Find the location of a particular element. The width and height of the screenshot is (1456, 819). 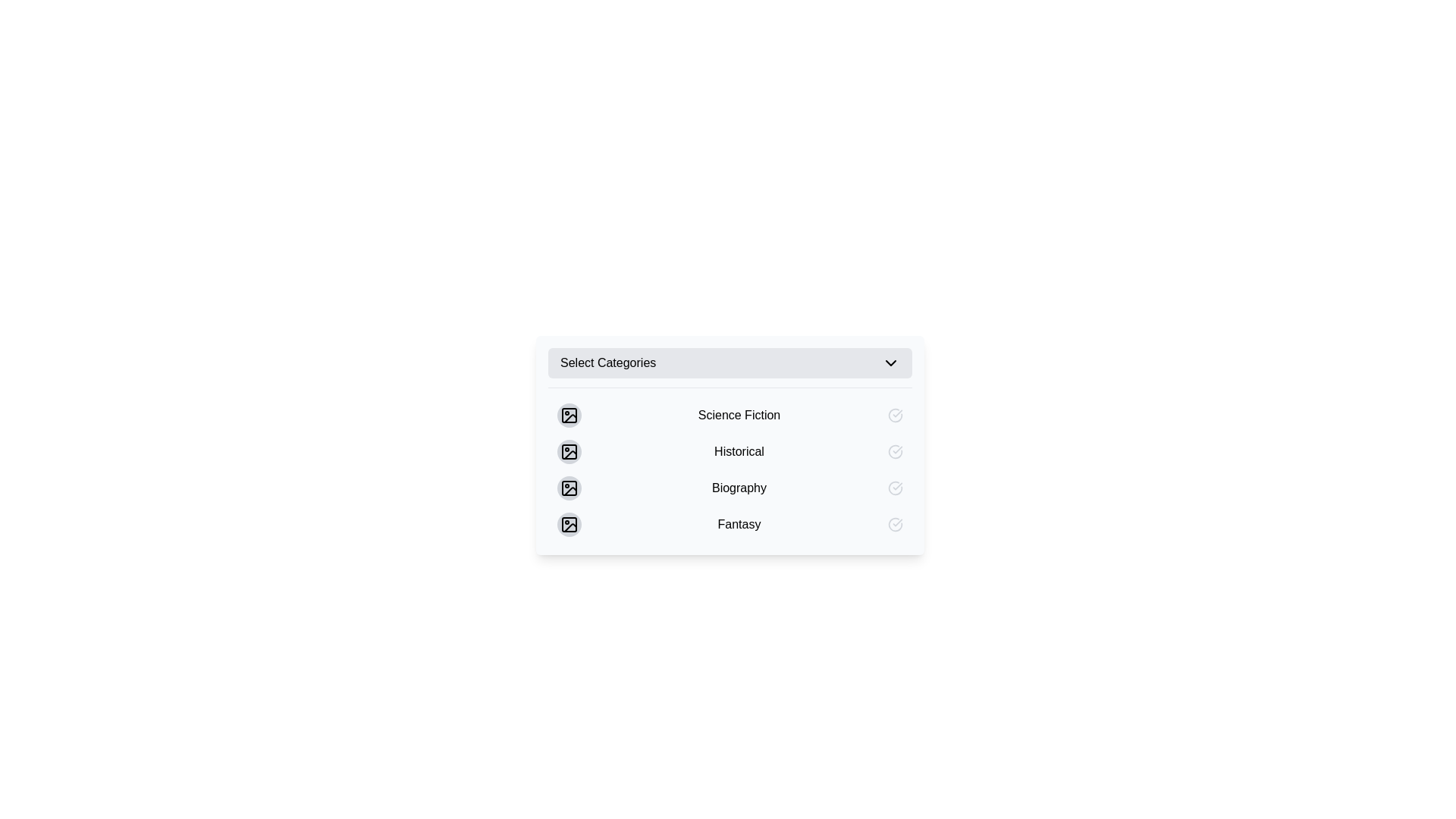

the third icon representing the 'Fantasy' category, which visually indicates the content of this category is located at coordinates (570, 527).